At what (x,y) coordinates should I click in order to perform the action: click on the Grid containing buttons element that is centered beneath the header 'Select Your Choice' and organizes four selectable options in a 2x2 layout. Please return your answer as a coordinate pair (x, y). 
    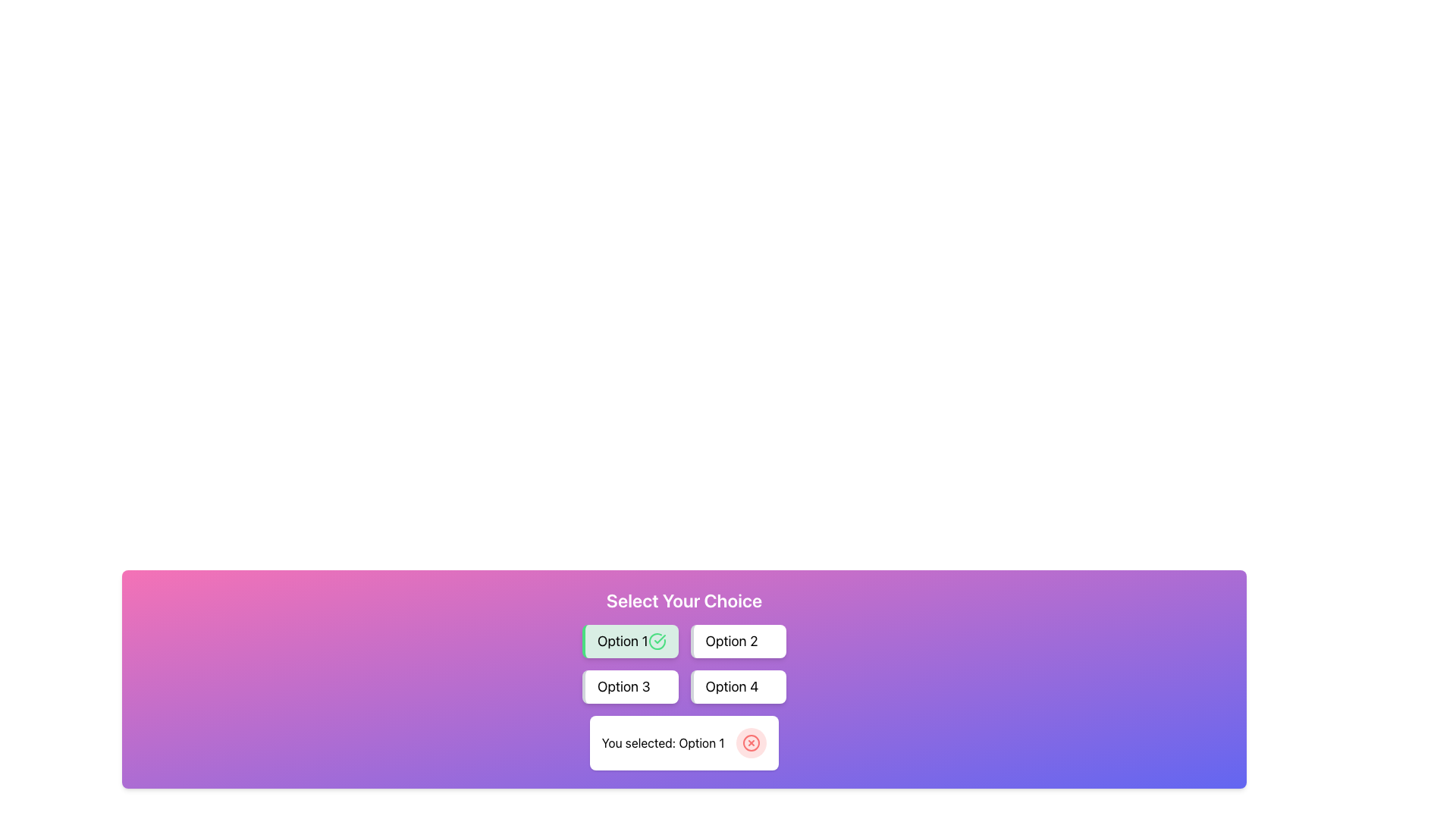
    Looking at the image, I should click on (683, 663).